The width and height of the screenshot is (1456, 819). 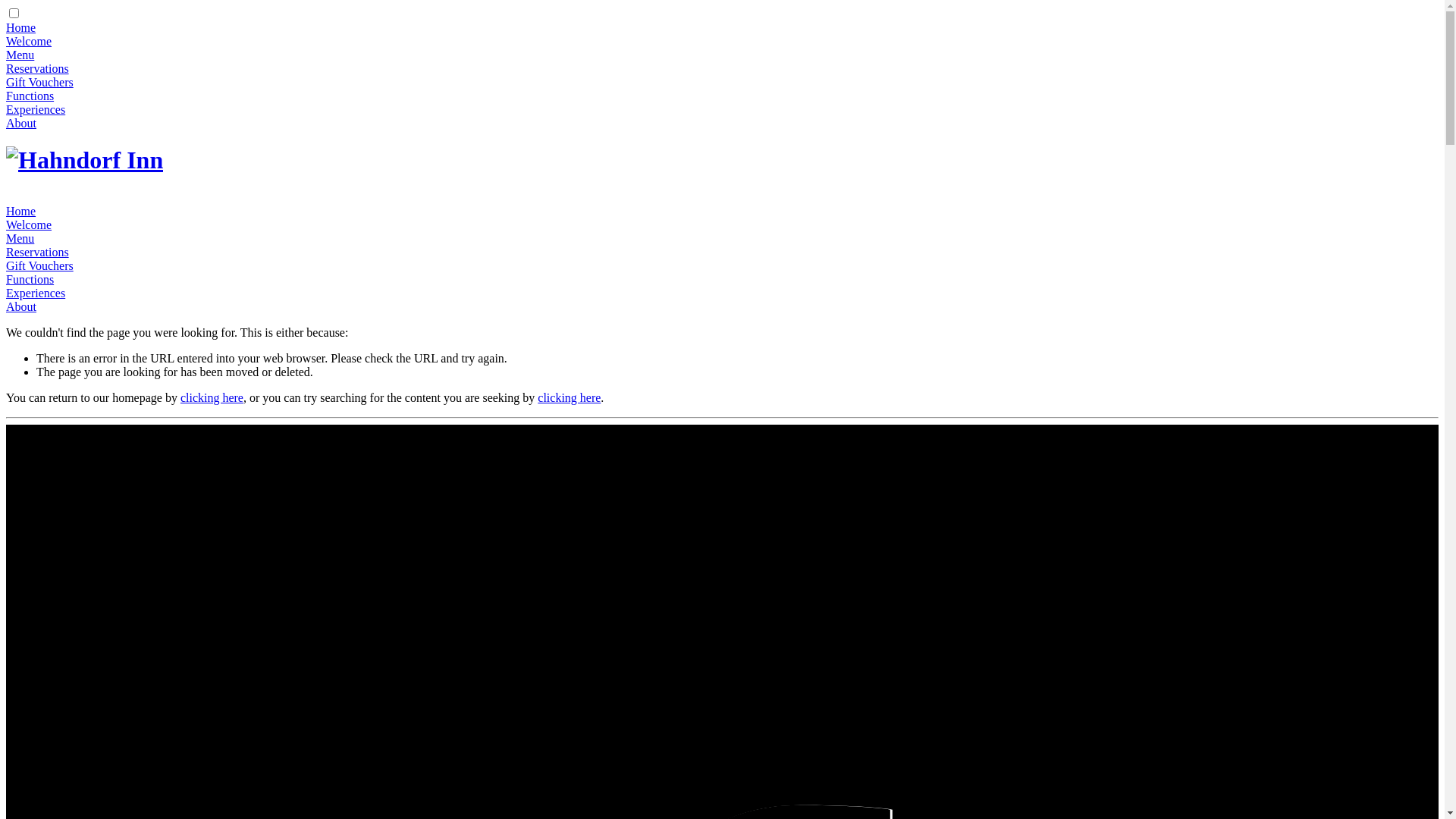 I want to click on 'Home', so click(x=20, y=27).